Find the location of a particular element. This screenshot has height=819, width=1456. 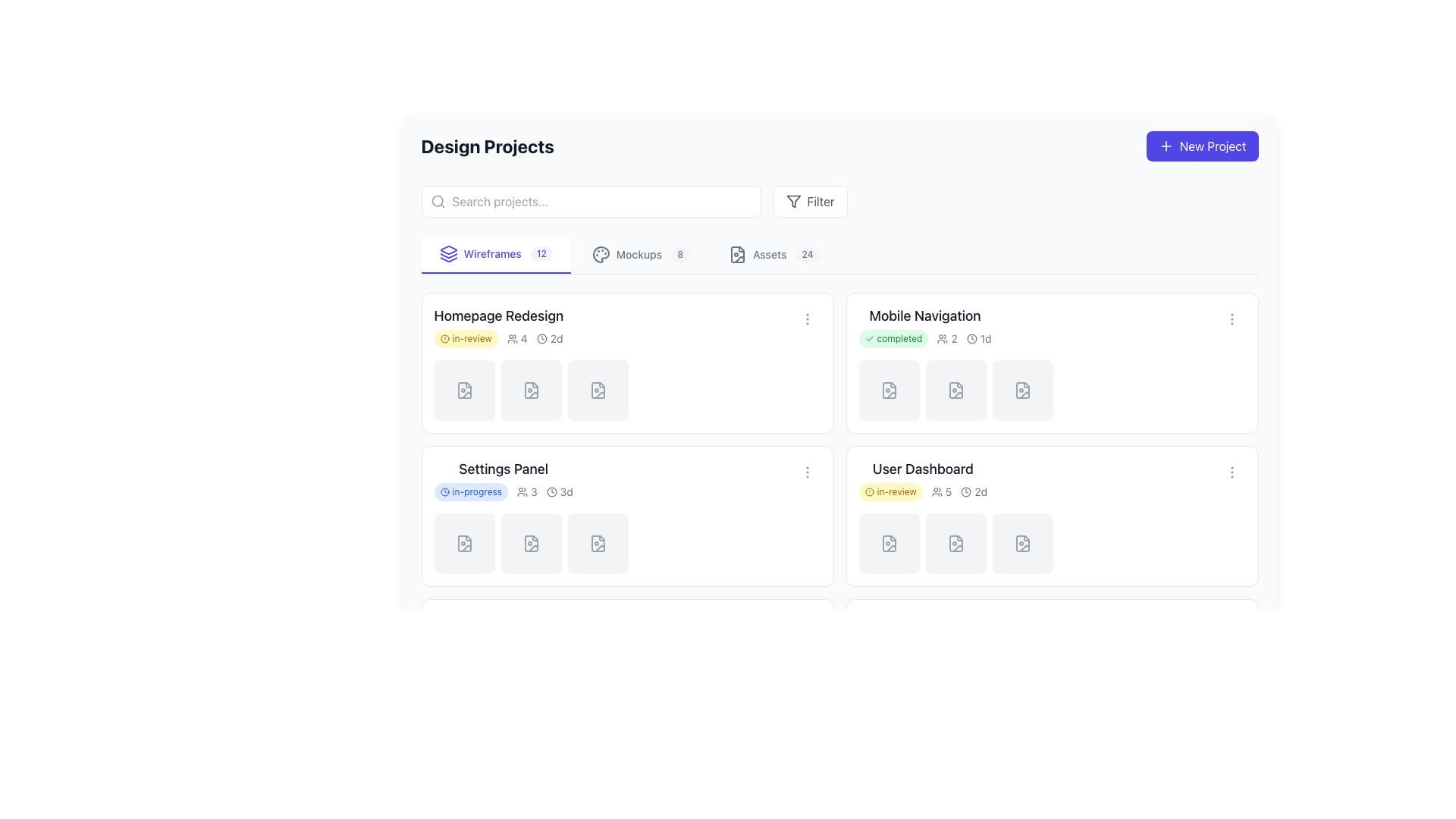

the fourth placeholder for file or item upload in the Settings Panel to interact with item or upload content is located at coordinates (627, 543).